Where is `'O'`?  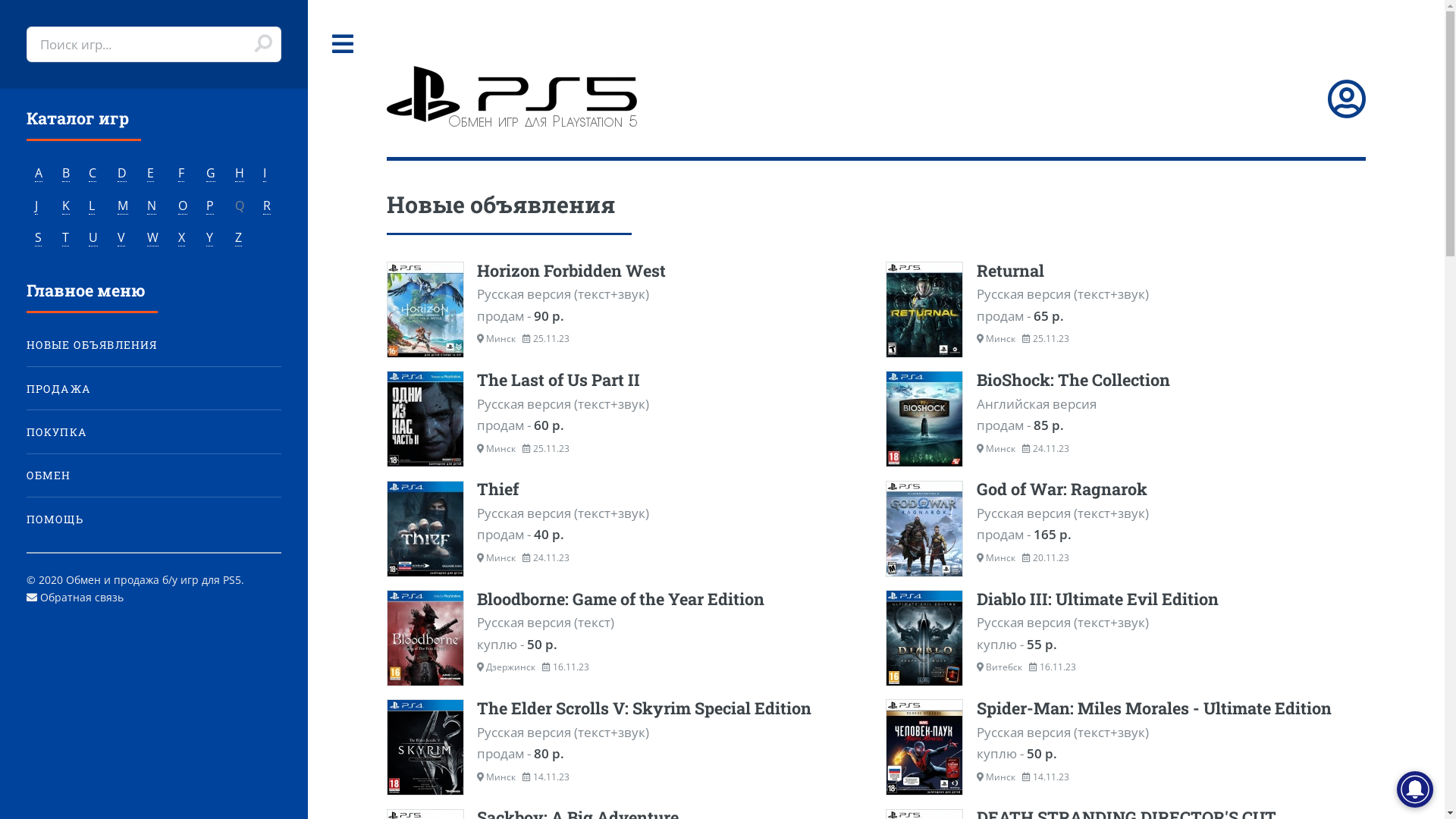 'O' is located at coordinates (182, 206).